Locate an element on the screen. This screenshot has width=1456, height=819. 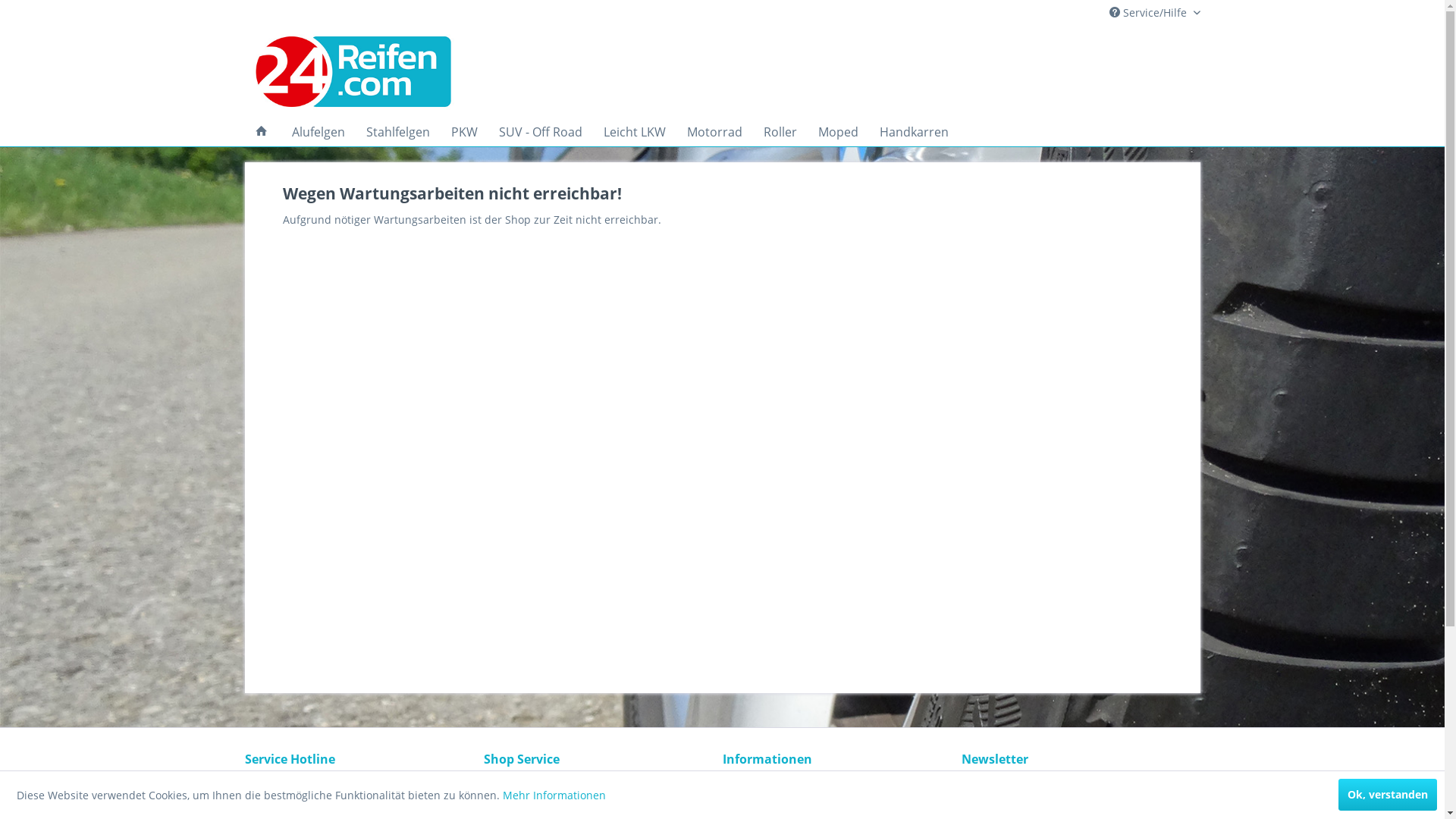
'Moped' is located at coordinates (836, 130).